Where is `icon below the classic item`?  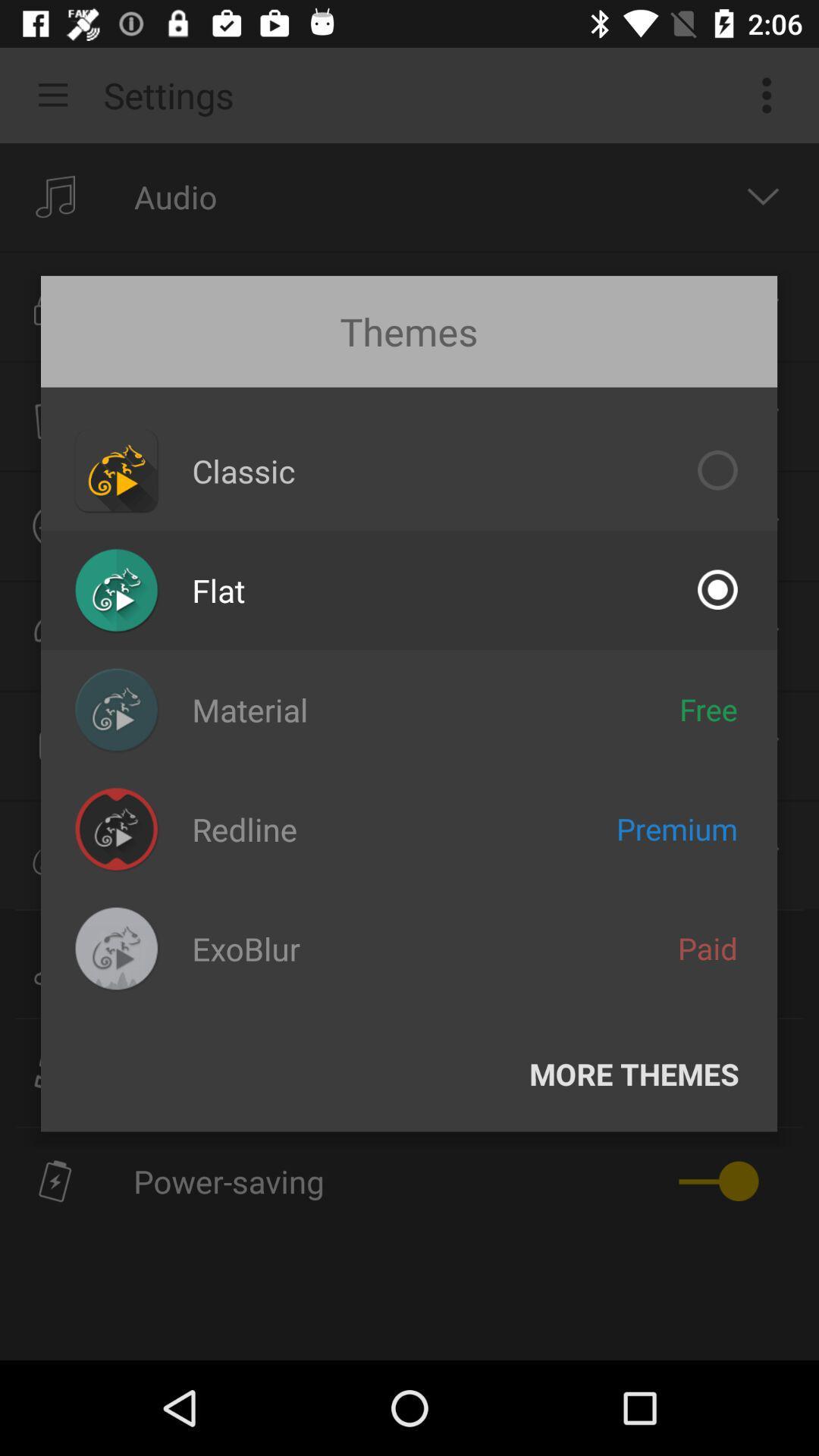
icon below the classic item is located at coordinates (218, 589).